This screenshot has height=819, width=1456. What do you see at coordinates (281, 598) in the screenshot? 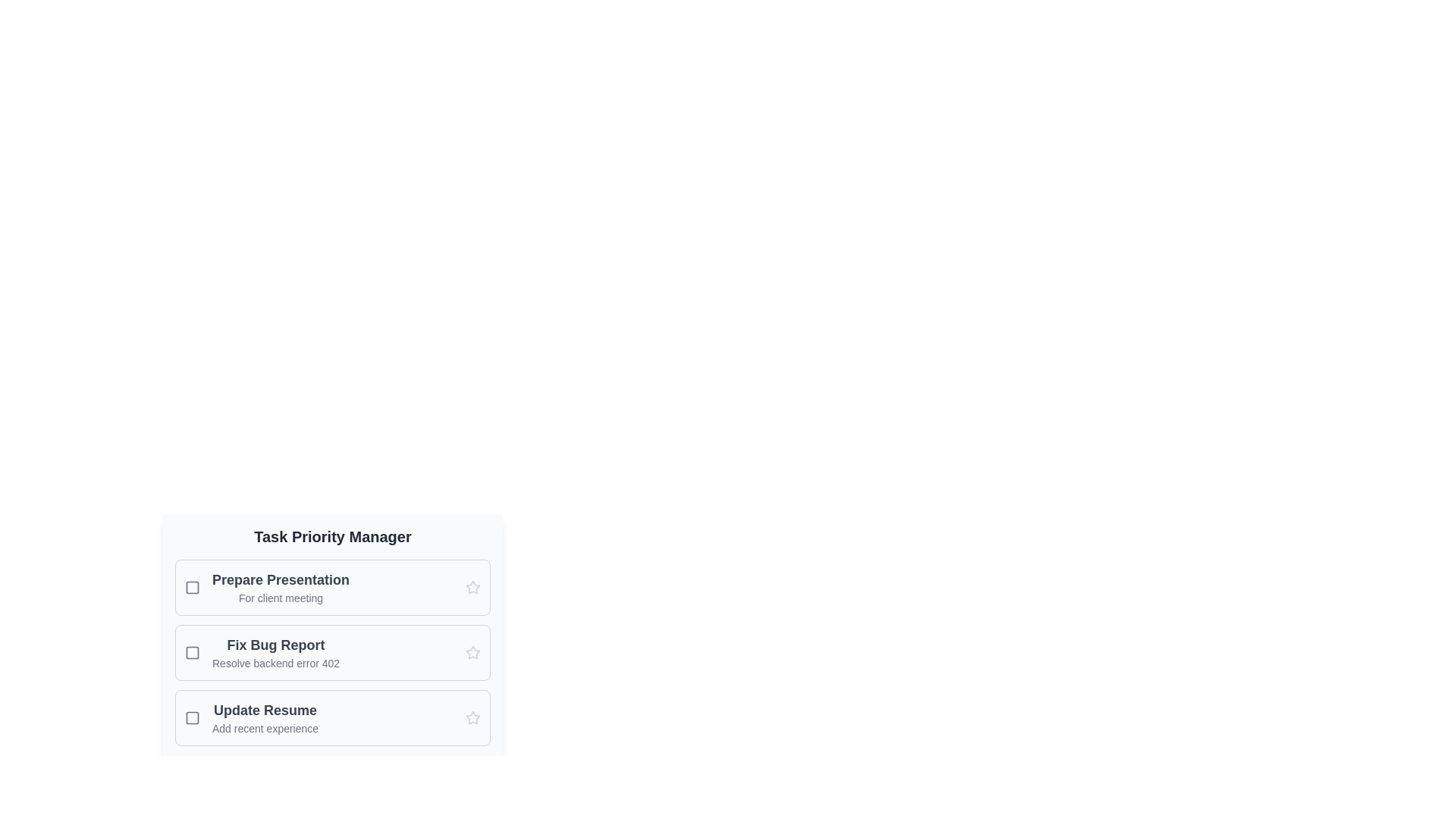
I see `the static text element that serves as a subtitle beneath the 'Prepare Presentation' heading in the first task card of the task list` at bounding box center [281, 598].